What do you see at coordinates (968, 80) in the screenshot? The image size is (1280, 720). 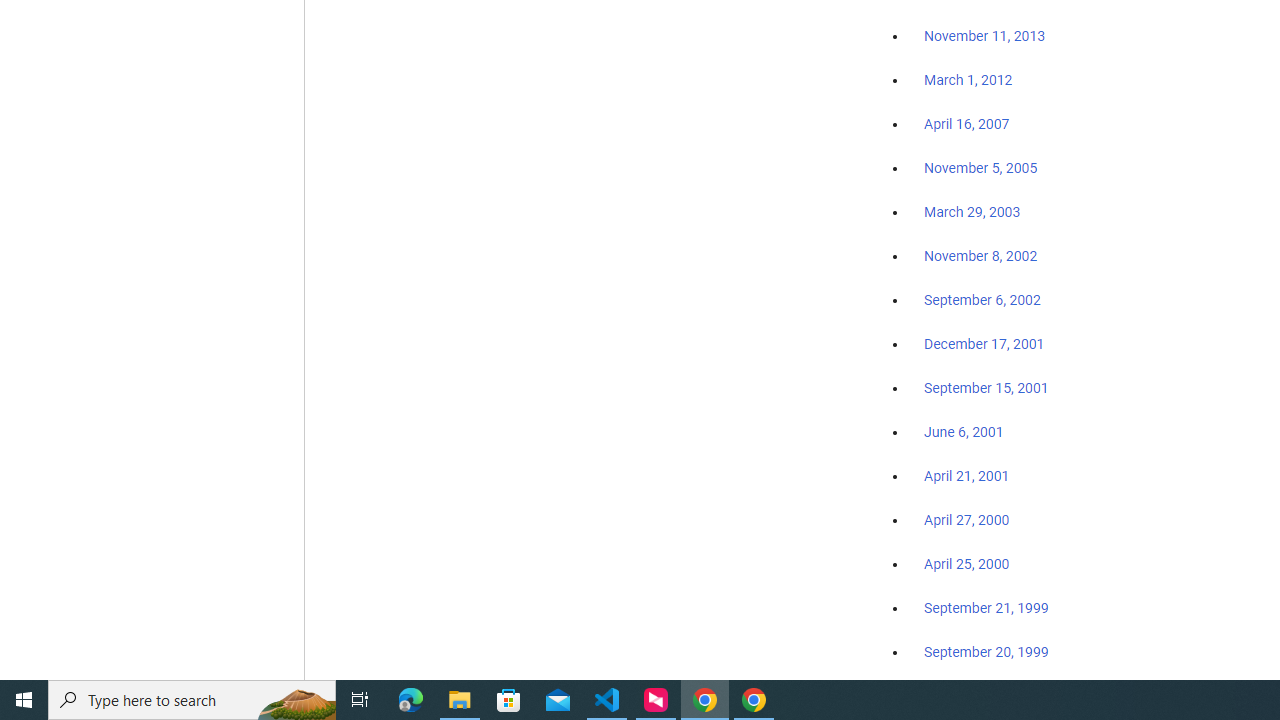 I see `'March 1, 2012'` at bounding box center [968, 80].